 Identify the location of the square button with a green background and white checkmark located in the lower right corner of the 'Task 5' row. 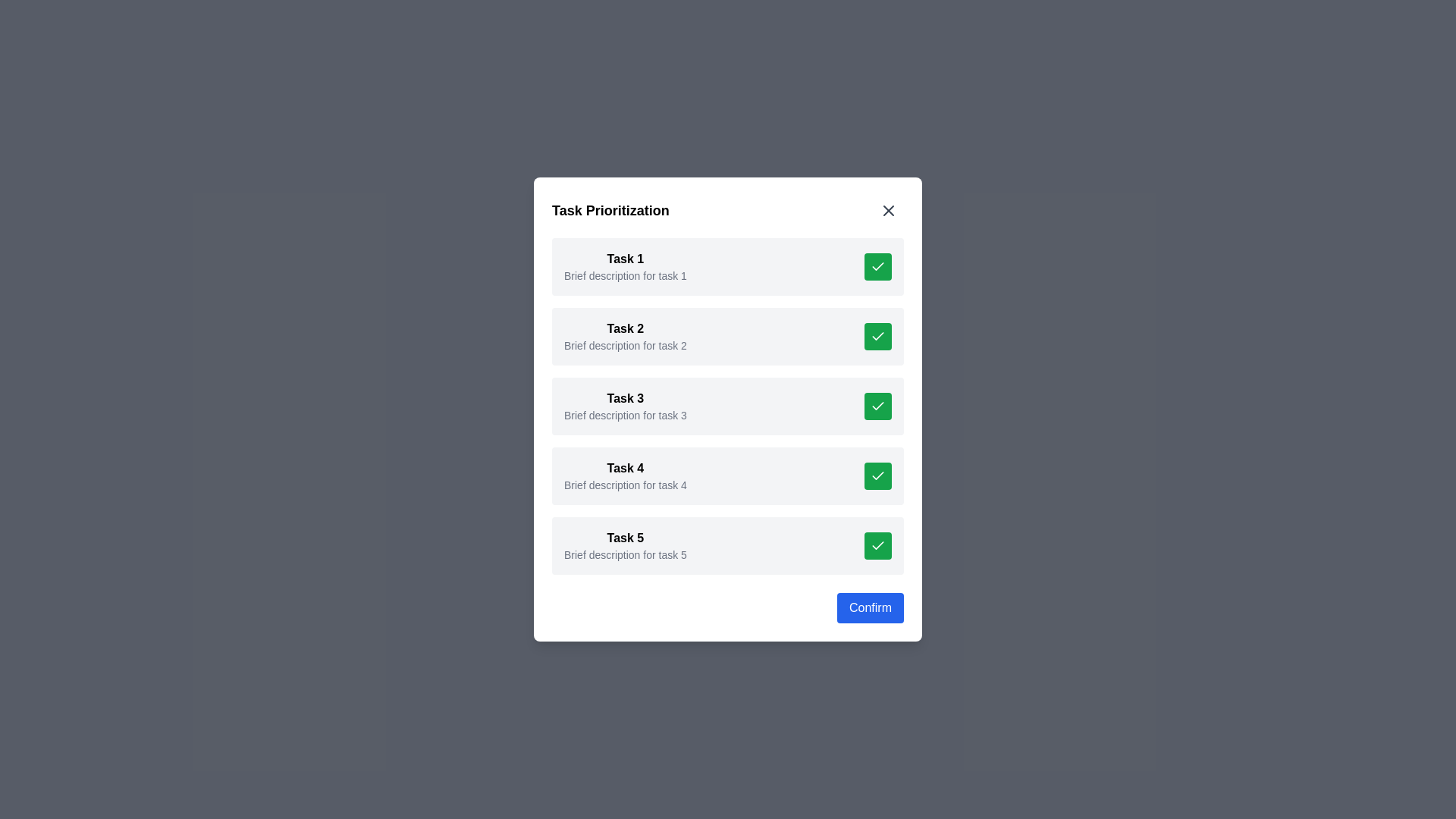
(877, 546).